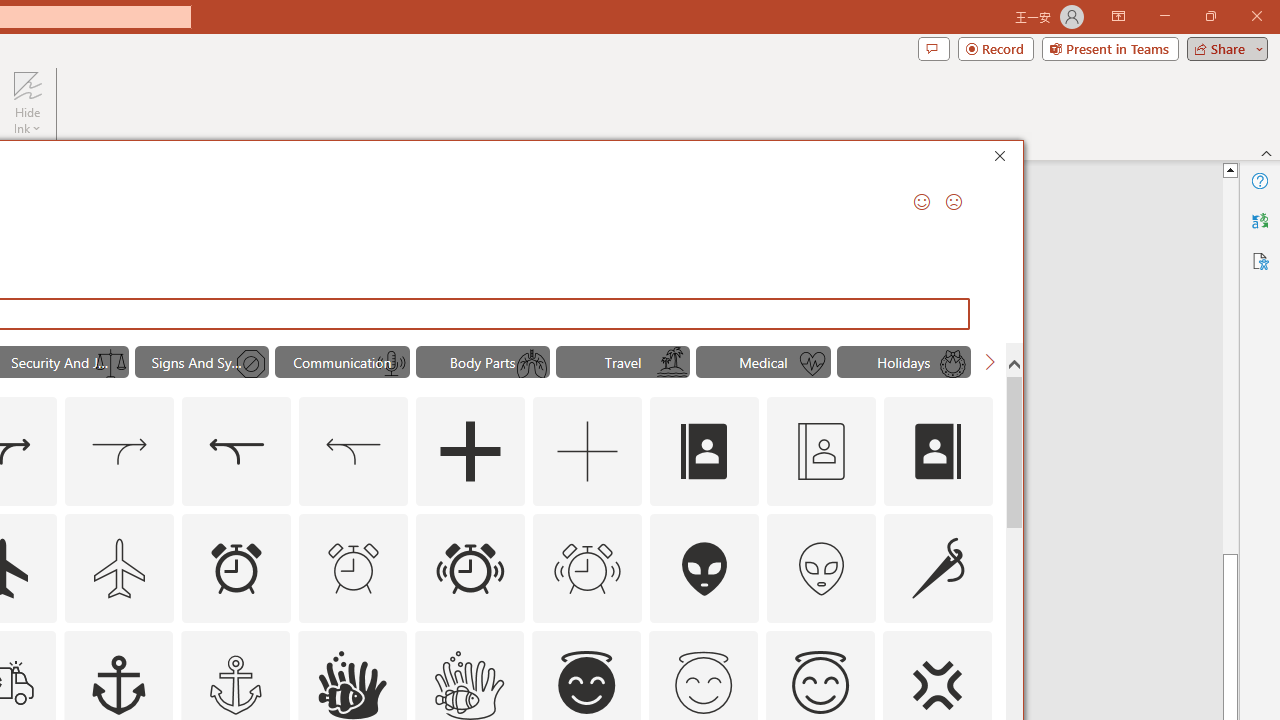 This screenshot has height=720, width=1280. I want to click on 'AutomationID: Icons_AlterationsTailoring', so click(937, 568).